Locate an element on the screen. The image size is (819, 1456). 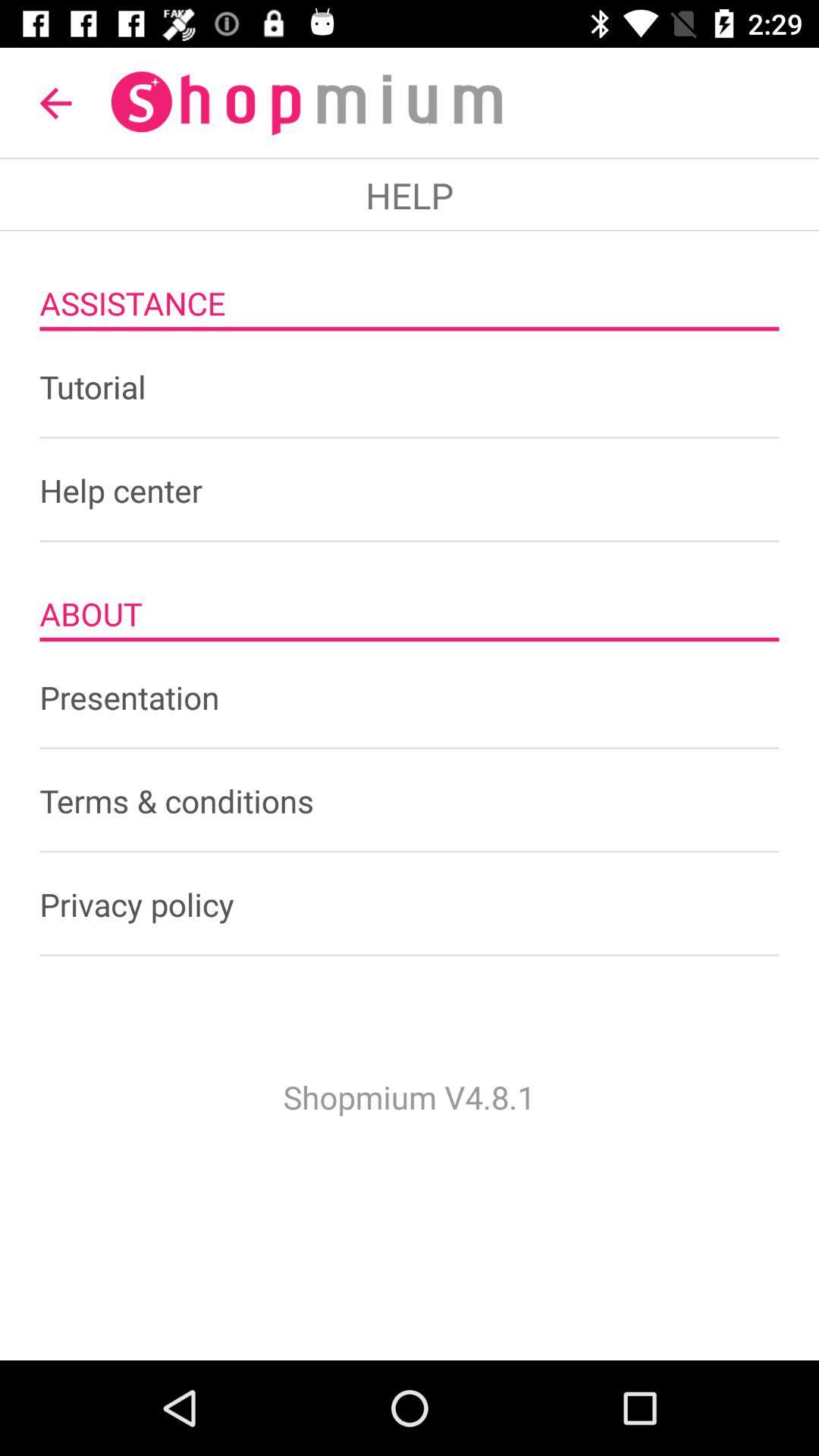
item above help is located at coordinates (55, 102).